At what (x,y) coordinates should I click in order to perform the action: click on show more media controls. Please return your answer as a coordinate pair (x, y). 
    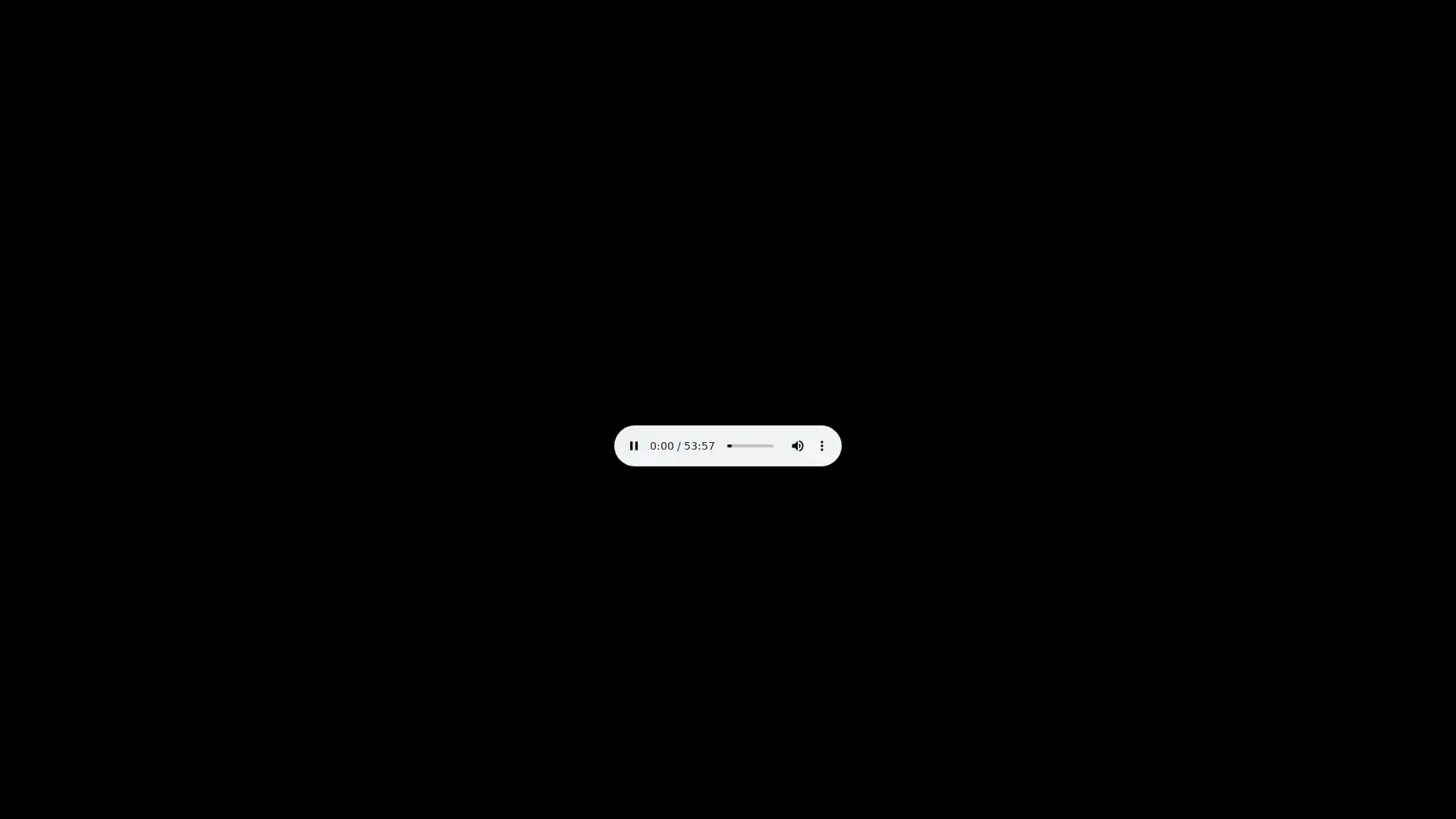
    Looking at the image, I should click on (821, 444).